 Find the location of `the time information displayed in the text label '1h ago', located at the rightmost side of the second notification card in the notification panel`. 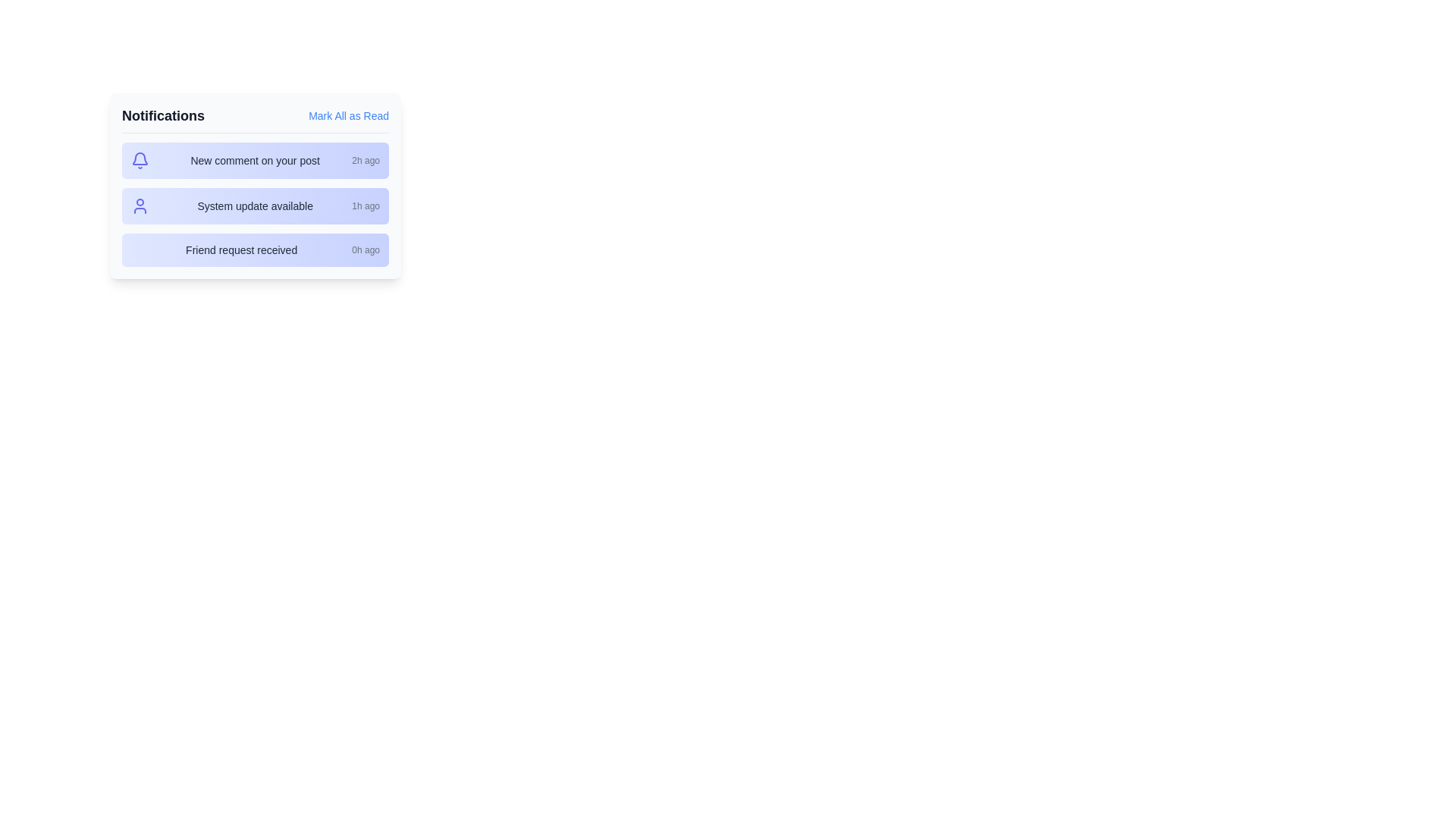

the time information displayed in the text label '1h ago', located at the rightmost side of the second notification card in the notification panel is located at coordinates (366, 206).